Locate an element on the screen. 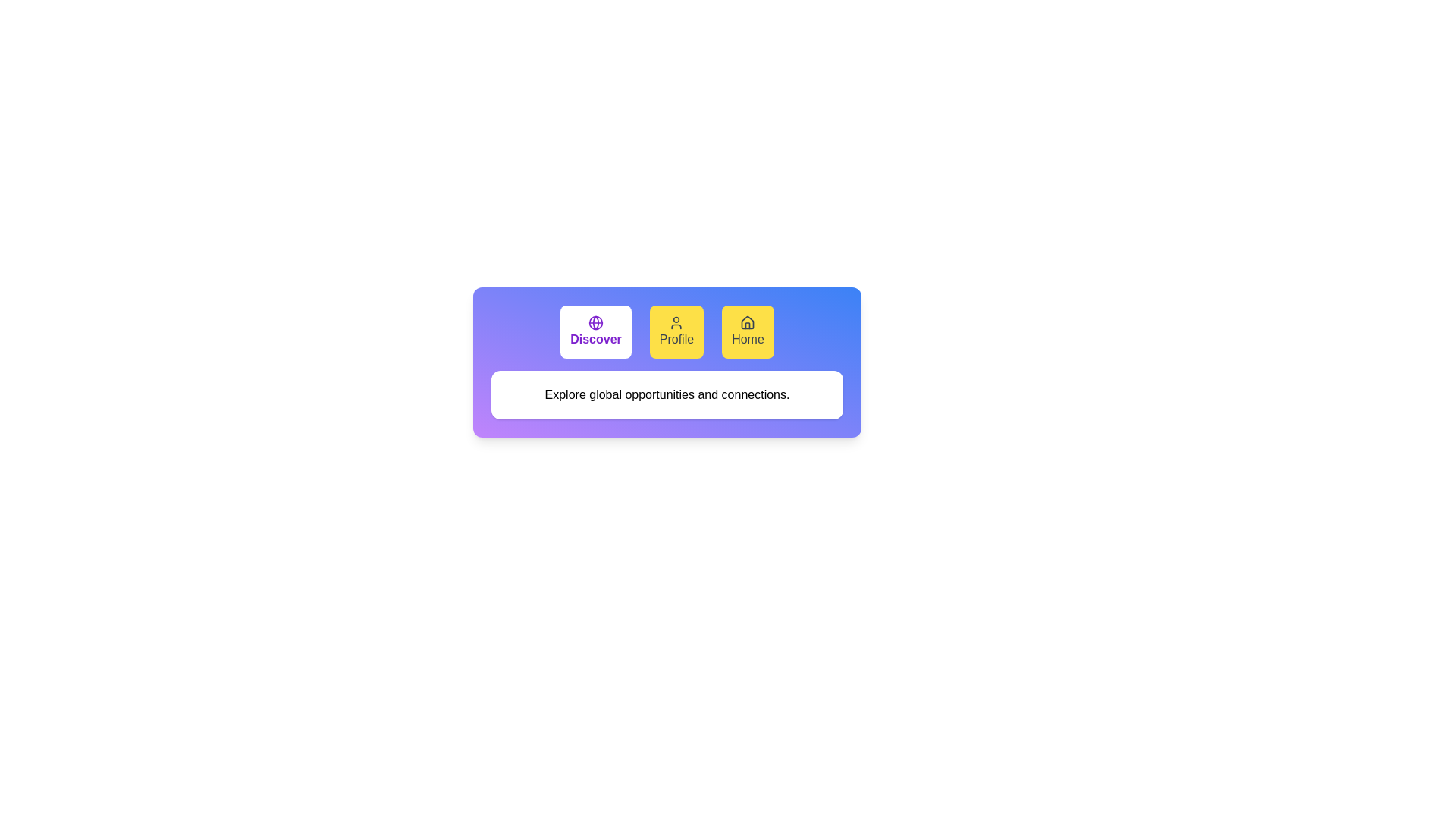 This screenshot has width=1456, height=819. the globe icon centered within the 'Discover' card, which is the first card in a horizontal stack at the top left of the interface, if the card is interactive is located at coordinates (595, 322).